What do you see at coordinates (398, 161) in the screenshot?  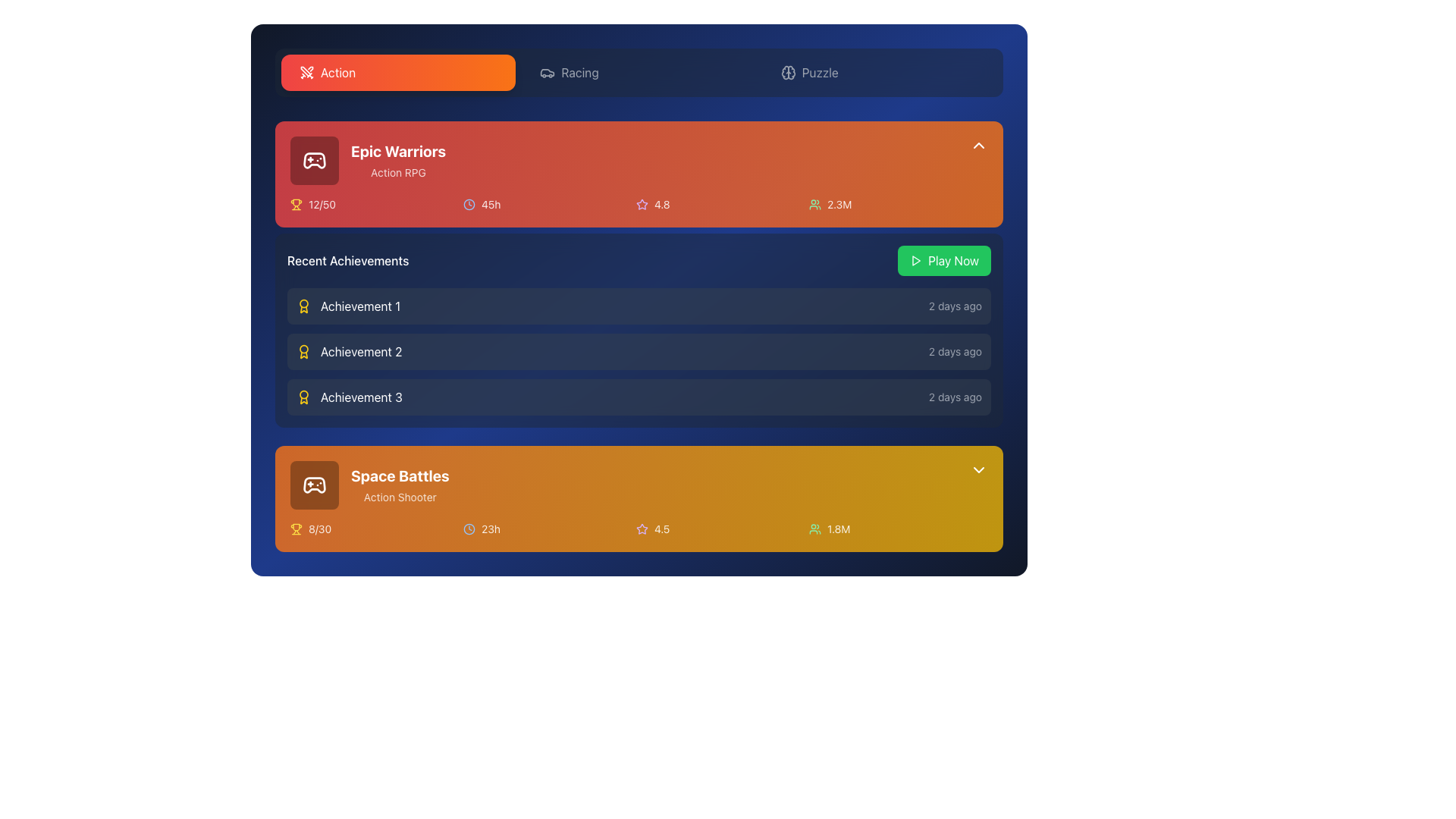 I see `text displayed as the title and subtitle for the game 'Epic Warriors' located in the 'Action' section of the interface` at bounding box center [398, 161].